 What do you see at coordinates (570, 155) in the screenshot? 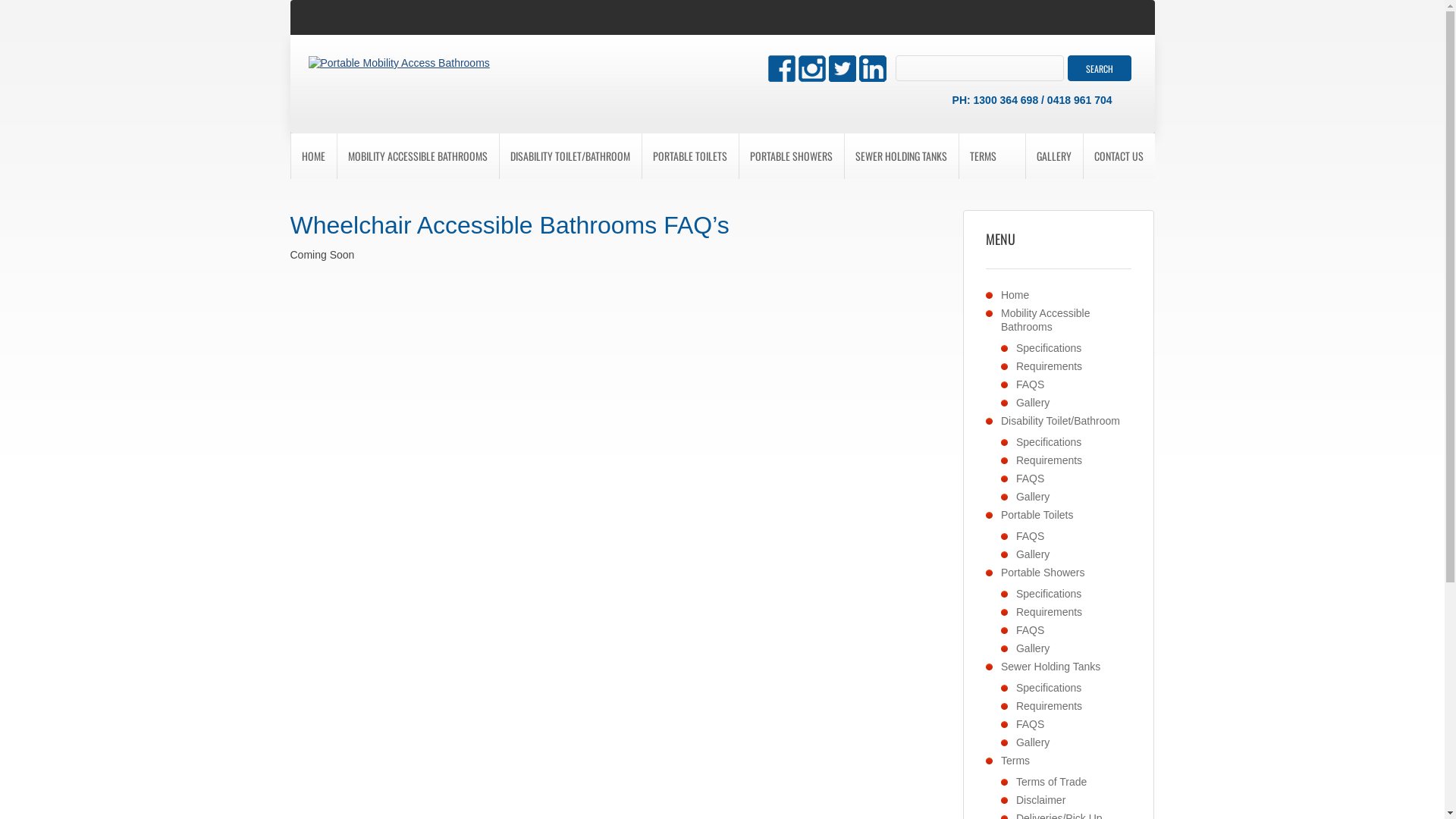
I see `'DISABILITY TOILET/BATHROOM'` at bounding box center [570, 155].